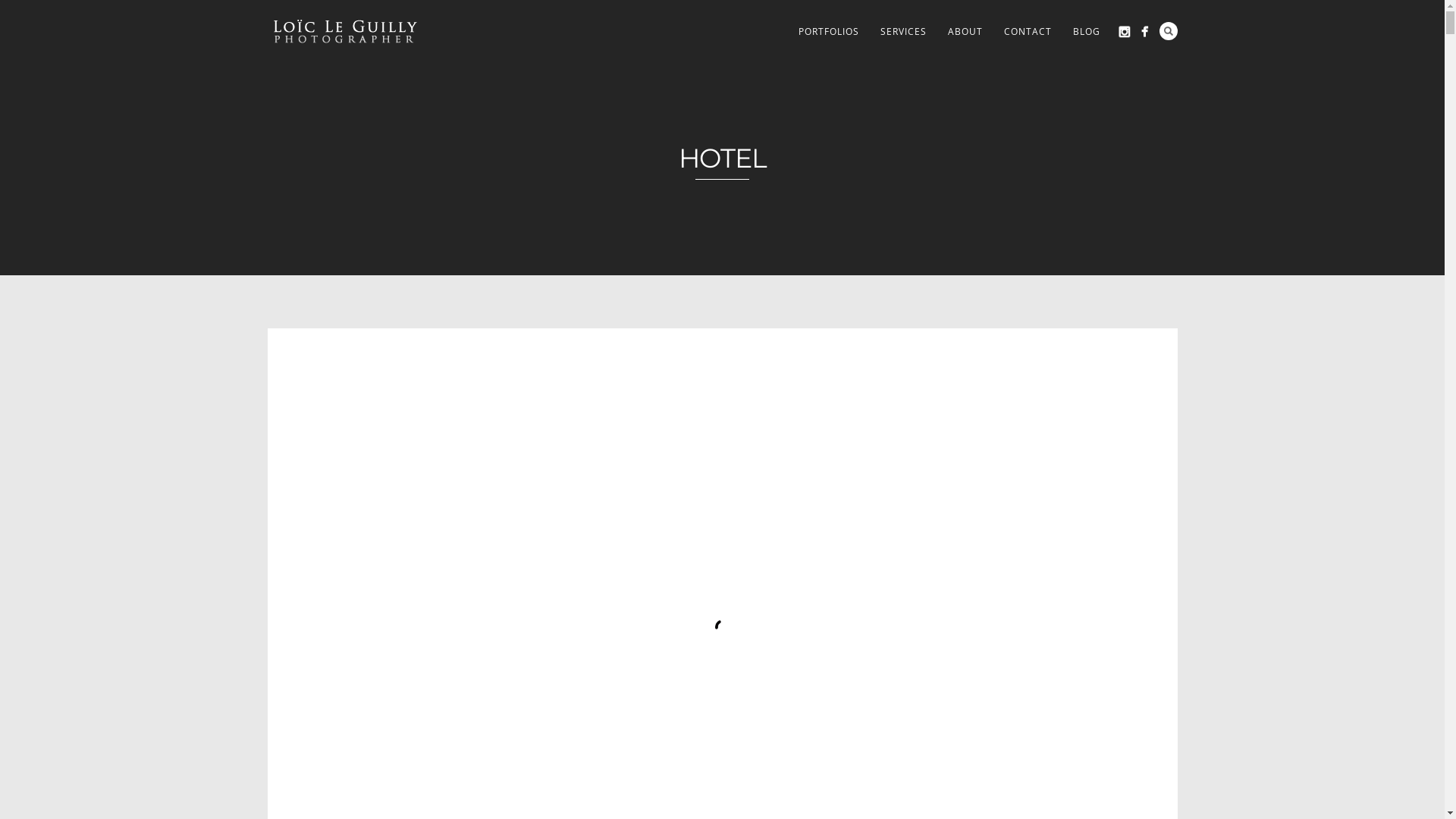 The height and width of the screenshot is (819, 1456). I want to click on 'PORTFOLIOS', so click(827, 32).